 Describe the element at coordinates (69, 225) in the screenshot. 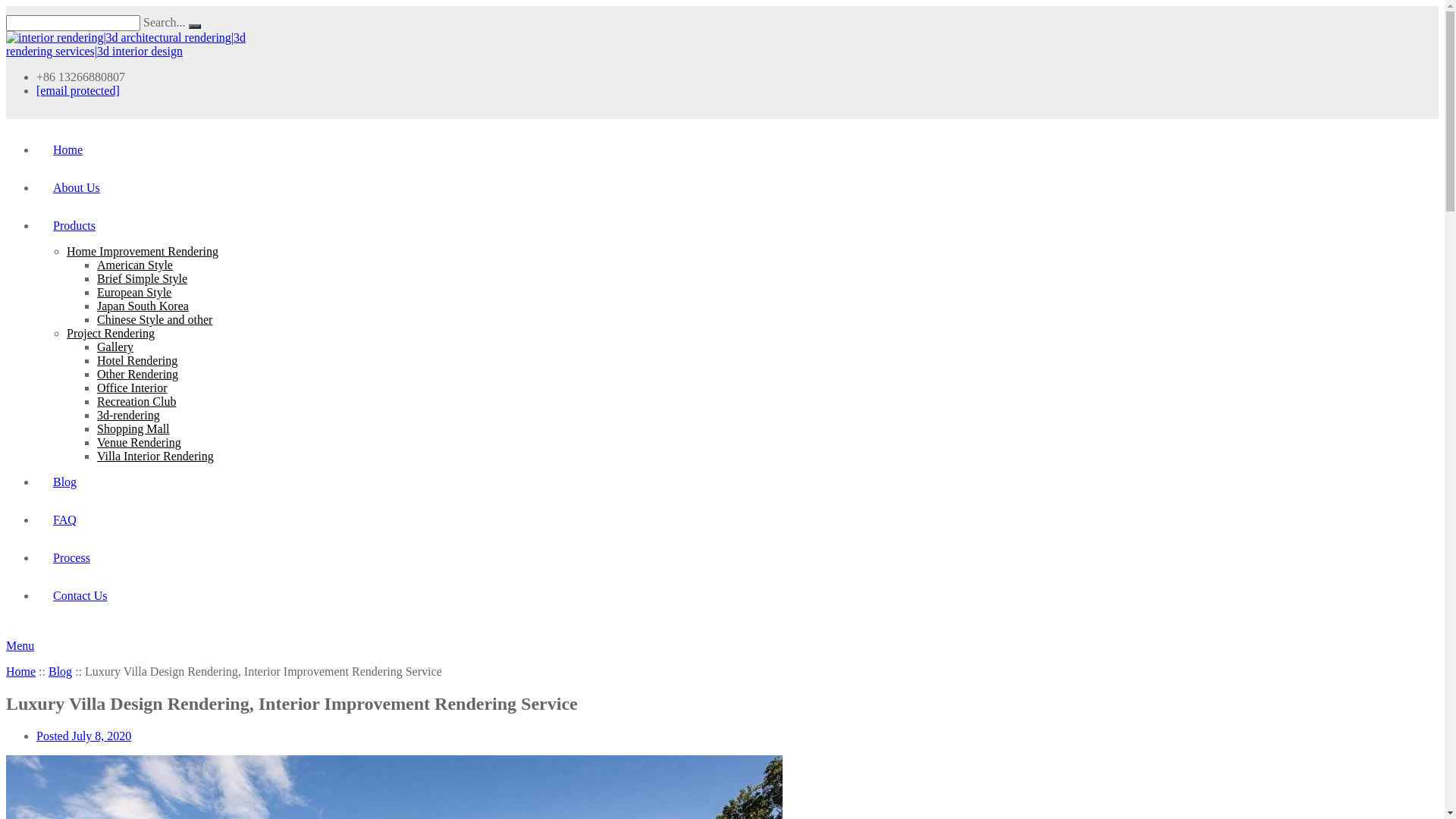

I see `'Products'` at that location.